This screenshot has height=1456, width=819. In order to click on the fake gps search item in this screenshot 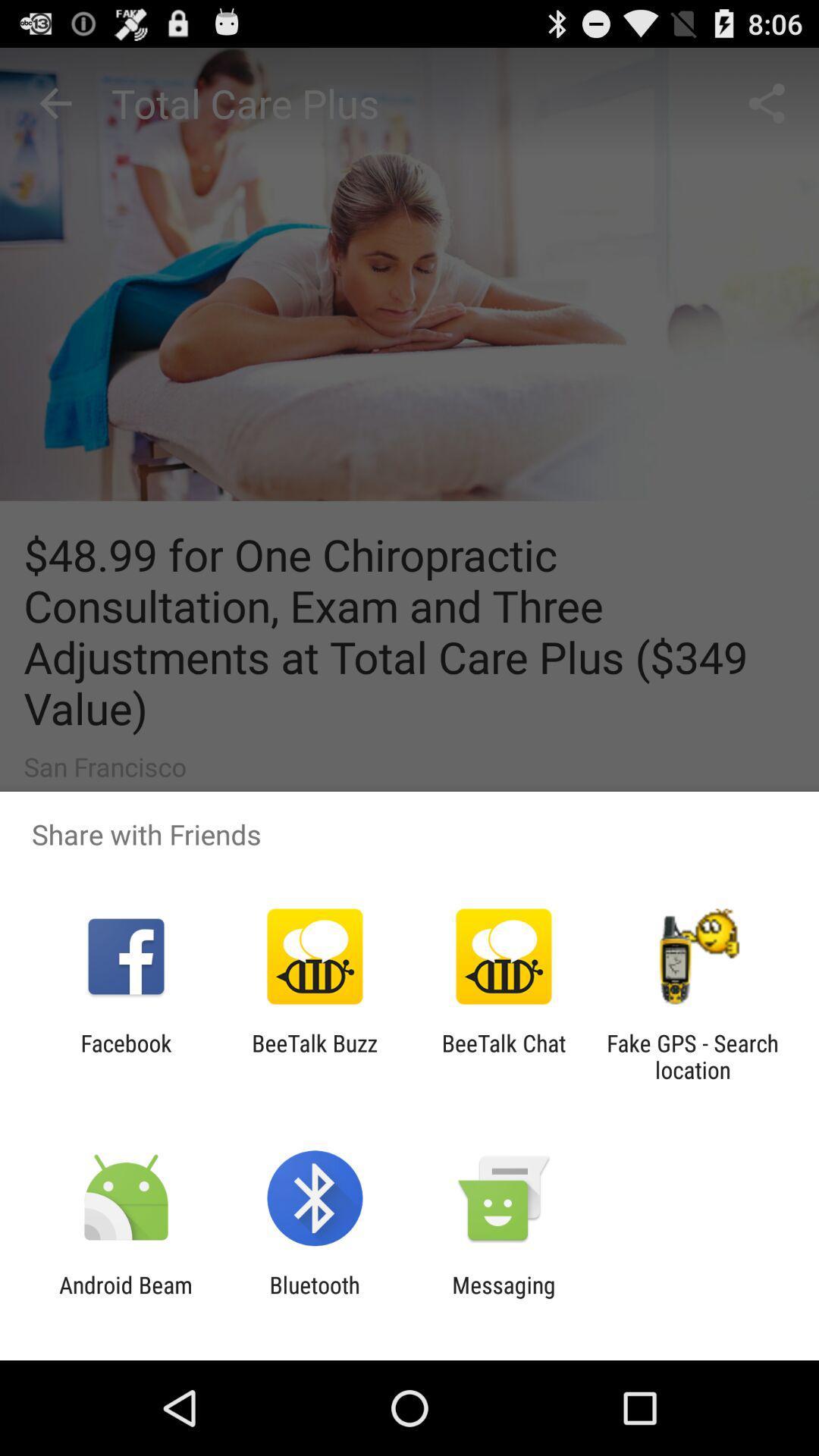, I will do `click(692, 1056)`.